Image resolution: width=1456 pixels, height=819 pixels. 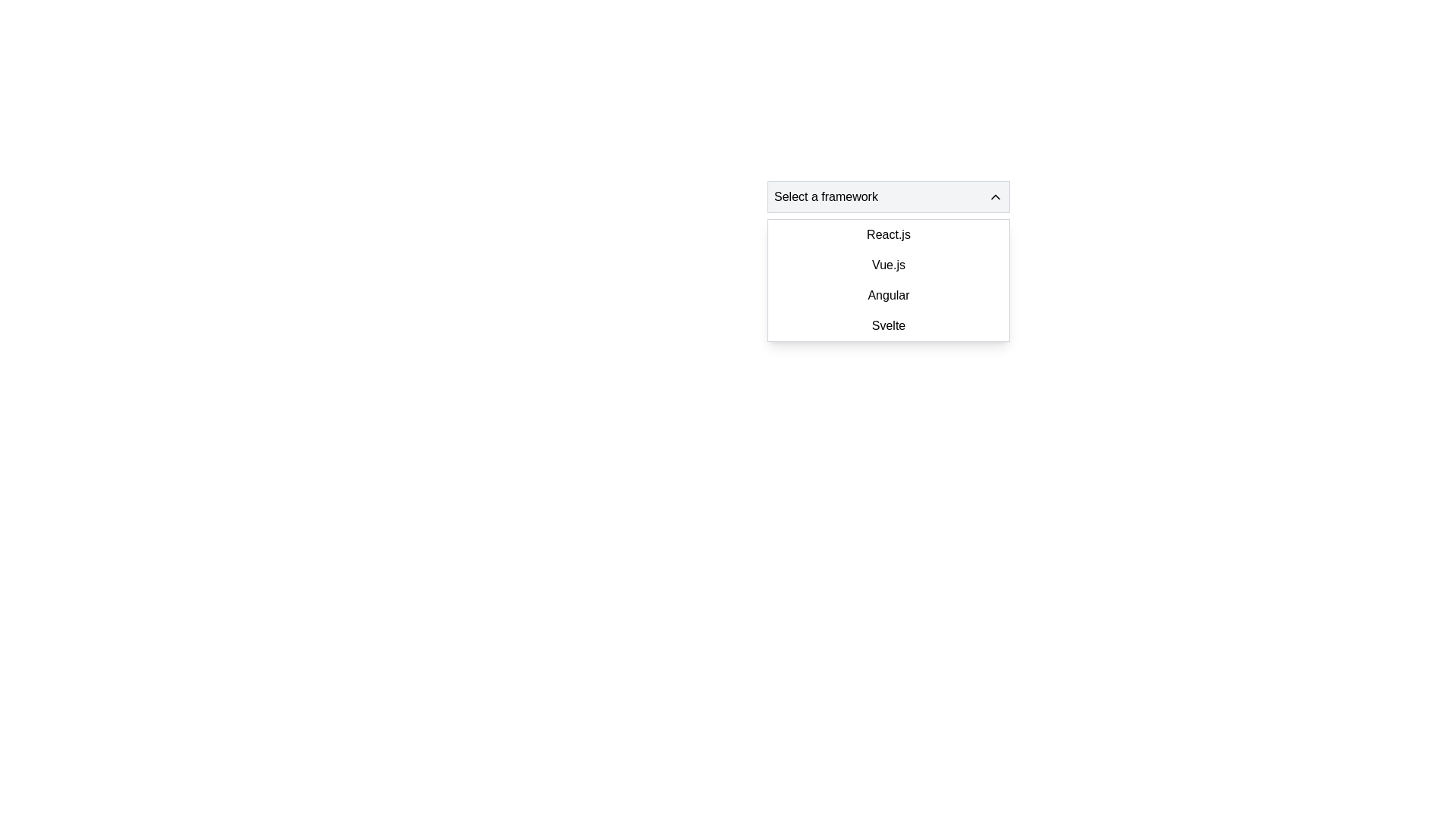 What do you see at coordinates (996, 196) in the screenshot?
I see `the chevron icon indicating the toggle state of the dropdown menu located at the rightmost side of the 'Select a framework' component` at bounding box center [996, 196].